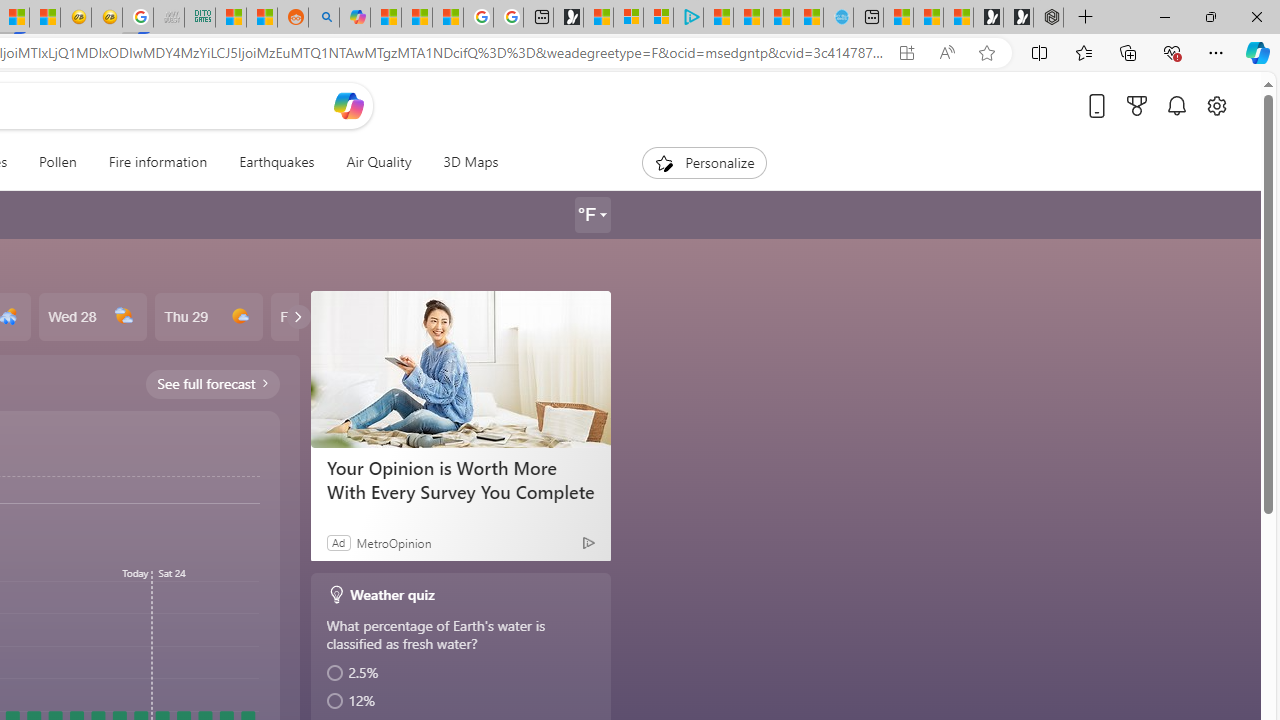  Describe the element at coordinates (348, 105) in the screenshot. I see `'Open Copilot'` at that location.